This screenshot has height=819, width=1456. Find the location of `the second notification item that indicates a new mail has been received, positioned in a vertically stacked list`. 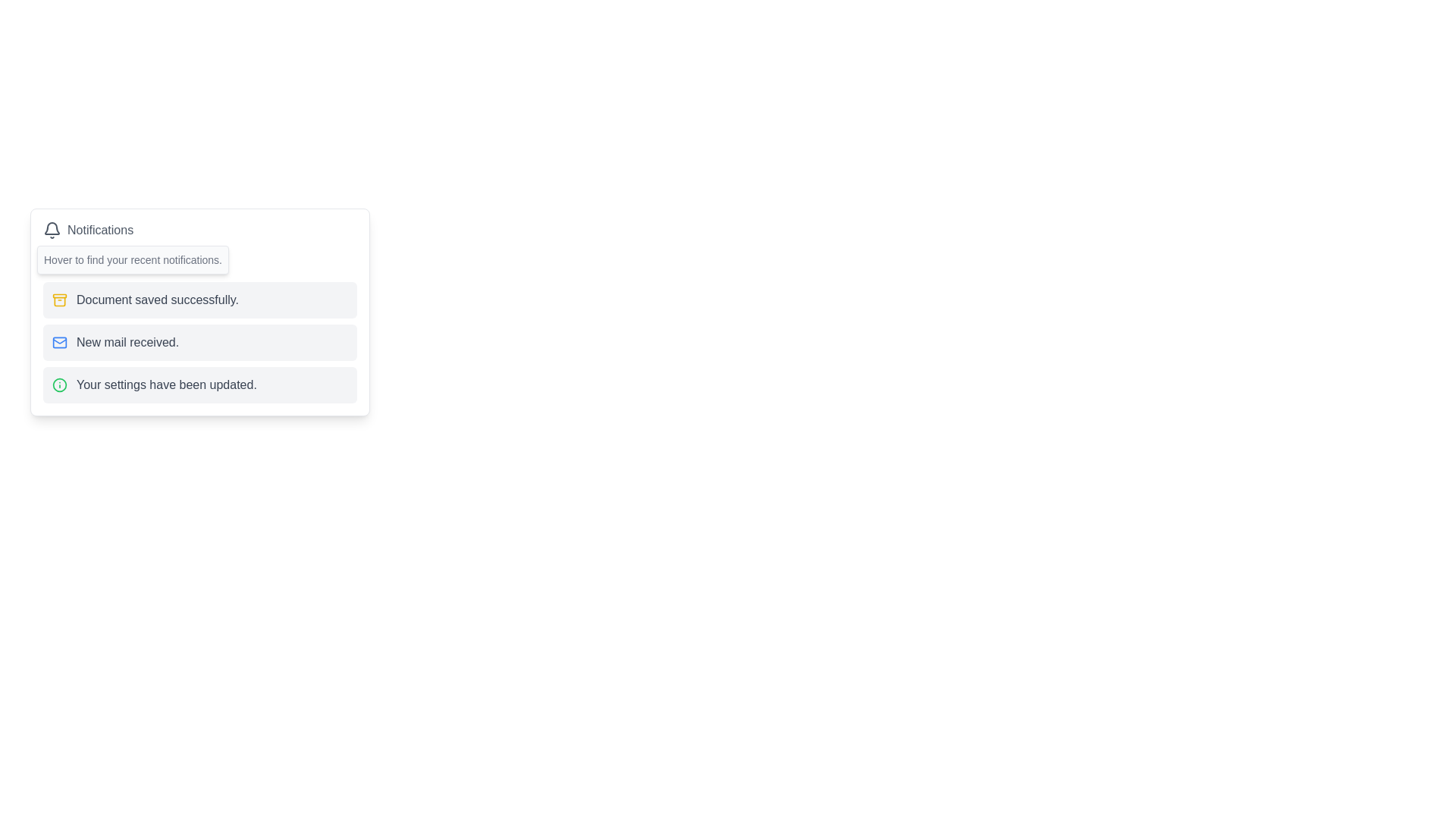

the second notification item that indicates a new mail has been received, positioned in a vertically stacked list is located at coordinates (199, 342).